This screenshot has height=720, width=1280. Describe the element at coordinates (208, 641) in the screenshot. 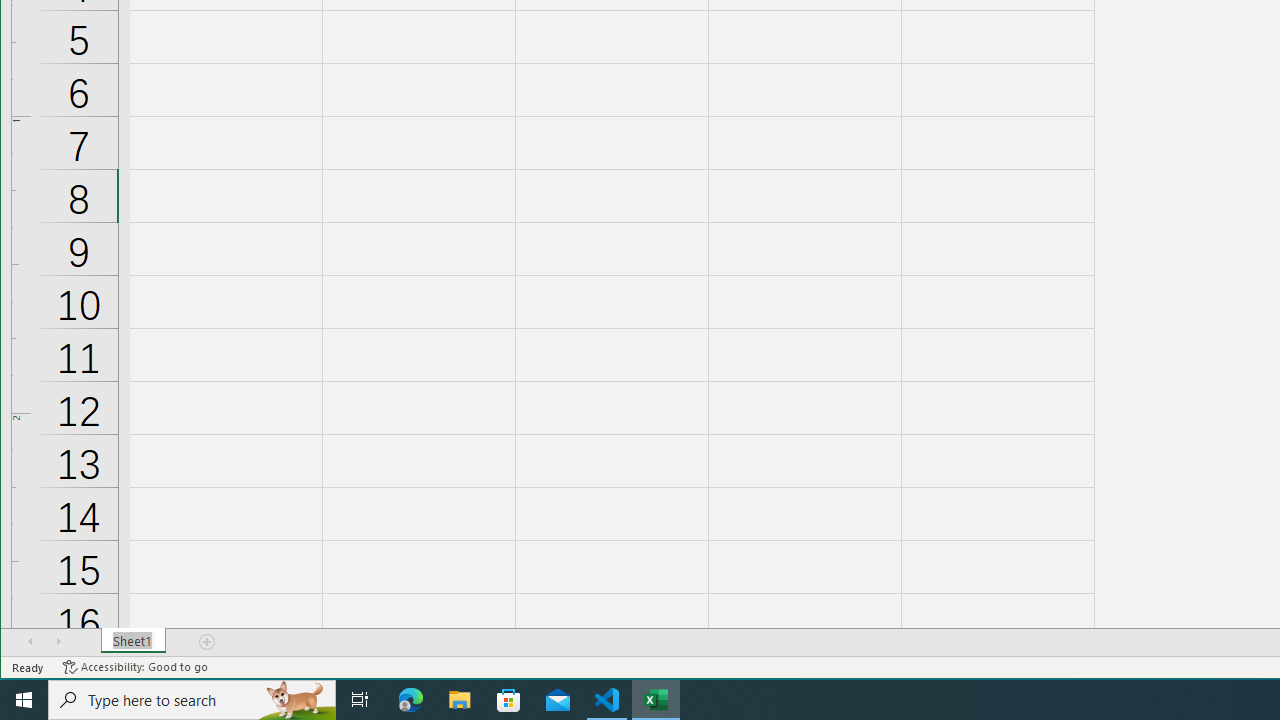

I see `'Add Sheet'` at that location.